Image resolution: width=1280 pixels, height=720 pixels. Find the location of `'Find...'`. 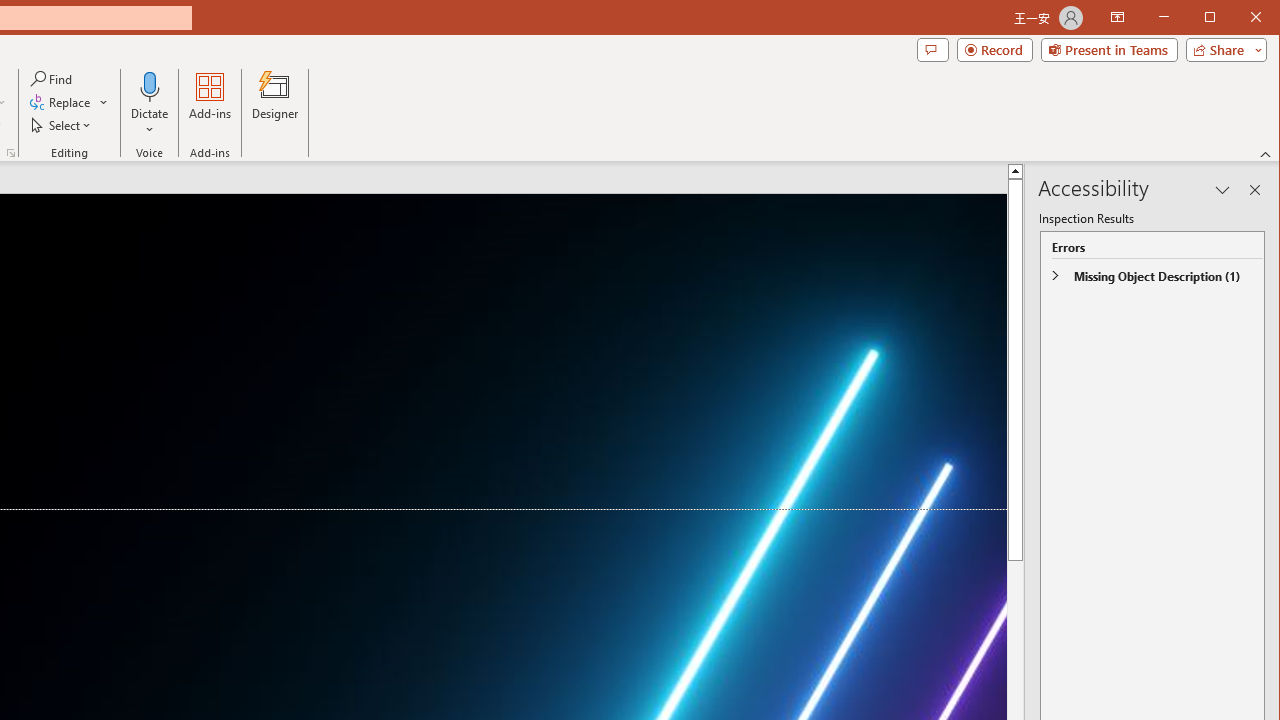

'Find...' is located at coordinates (53, 78).